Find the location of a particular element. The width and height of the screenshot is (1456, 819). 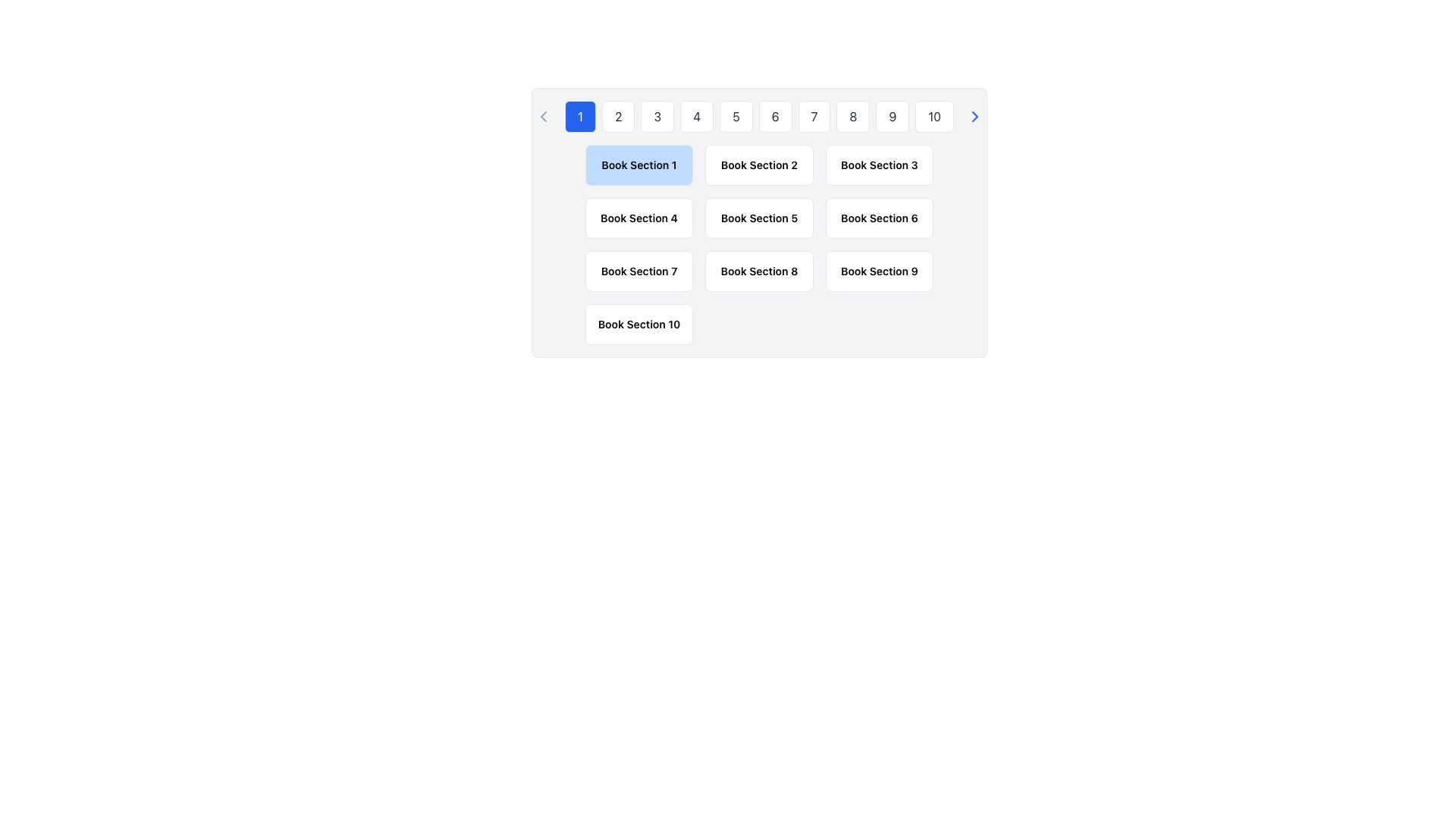

the button labeled '3', which has a white background, gray text, and a black border is located at coordinates (657, 116).